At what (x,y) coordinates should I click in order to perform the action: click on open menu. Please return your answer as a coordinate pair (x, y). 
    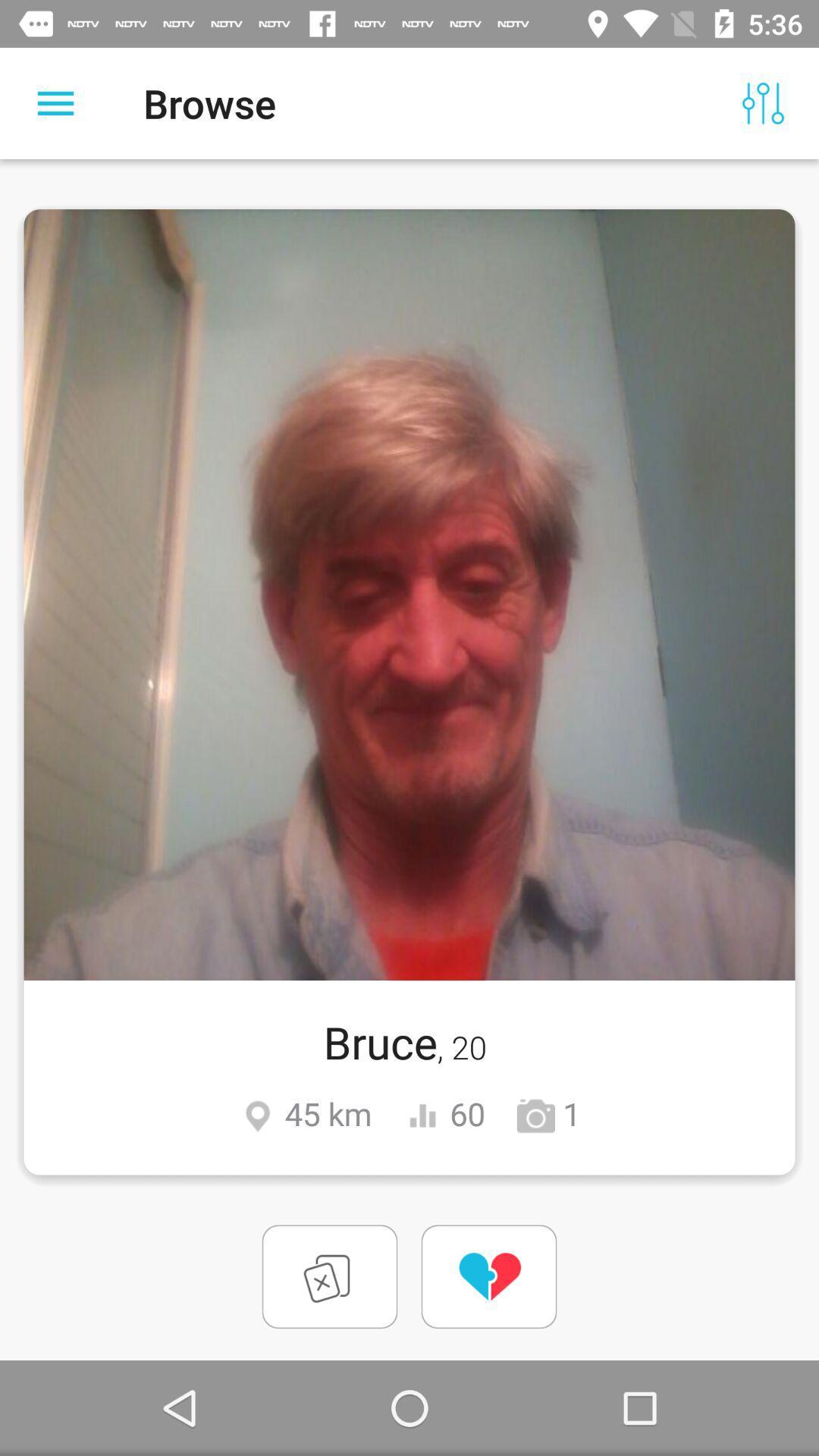
    Looking at the image, I should click on (55, 102).